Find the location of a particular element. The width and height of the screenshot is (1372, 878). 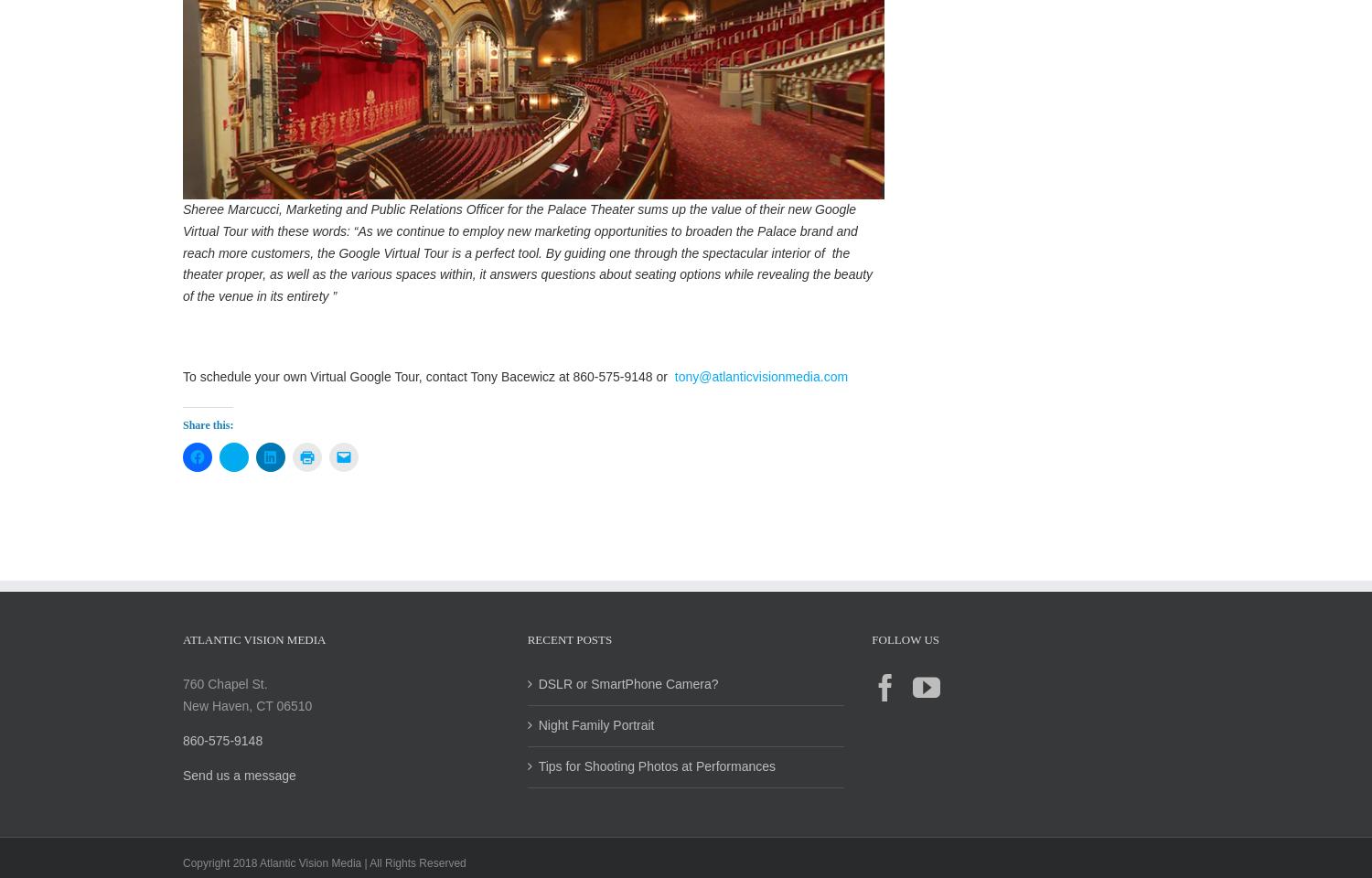

'Sheree Marcucci, Marketing and Public Relations Officer for the Palace Theater sums up the value of their new Google Virtual Tour with these words: “As we continue to employ new marketing opportunities to broaden the Palace brand and reach more customers, the Google Virtual Tour is a perfect tool. By guiding one through the spectacular interior of  the theater proper, as well as the various spaces within, it answers questions about seating options while revealing the beauty of the venue in its entirety ”' is located at coordinates (181, 271).